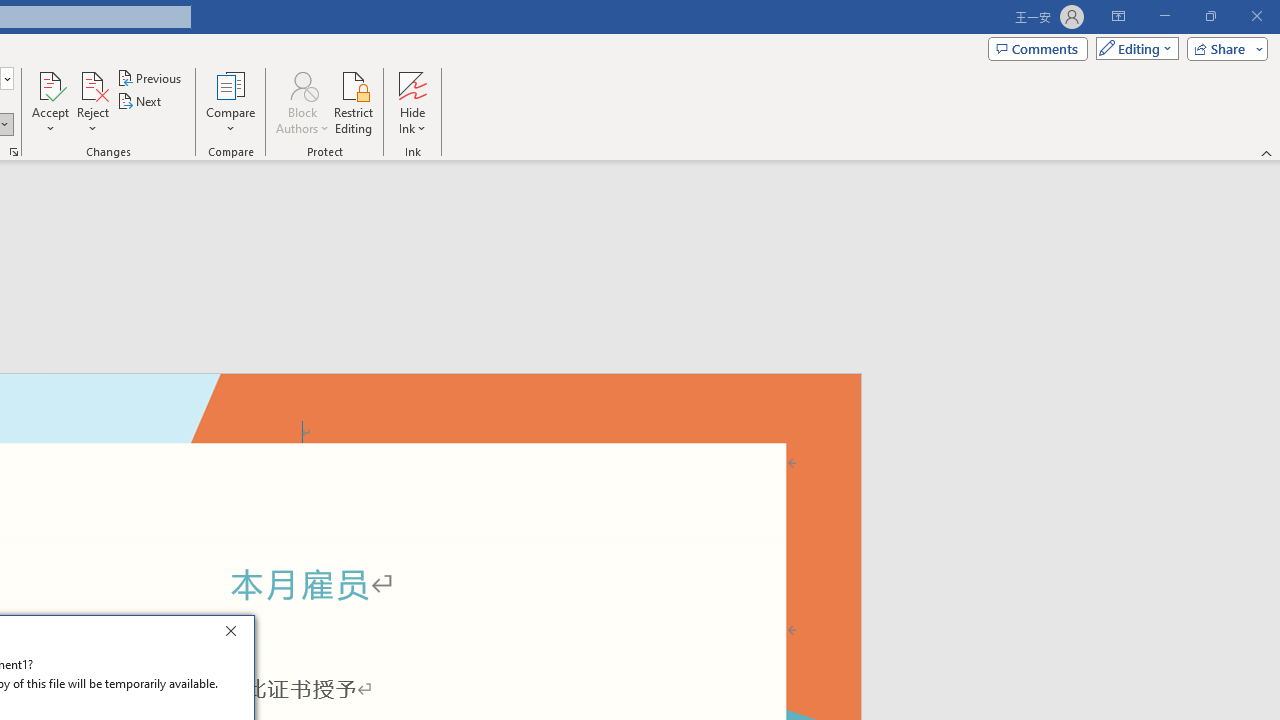 The width and height of the screenshot is (1280, 720). What do you see at coordinates (139, 101) in the screenshot?
I see `'Next'` at bounding box center [139, 101].